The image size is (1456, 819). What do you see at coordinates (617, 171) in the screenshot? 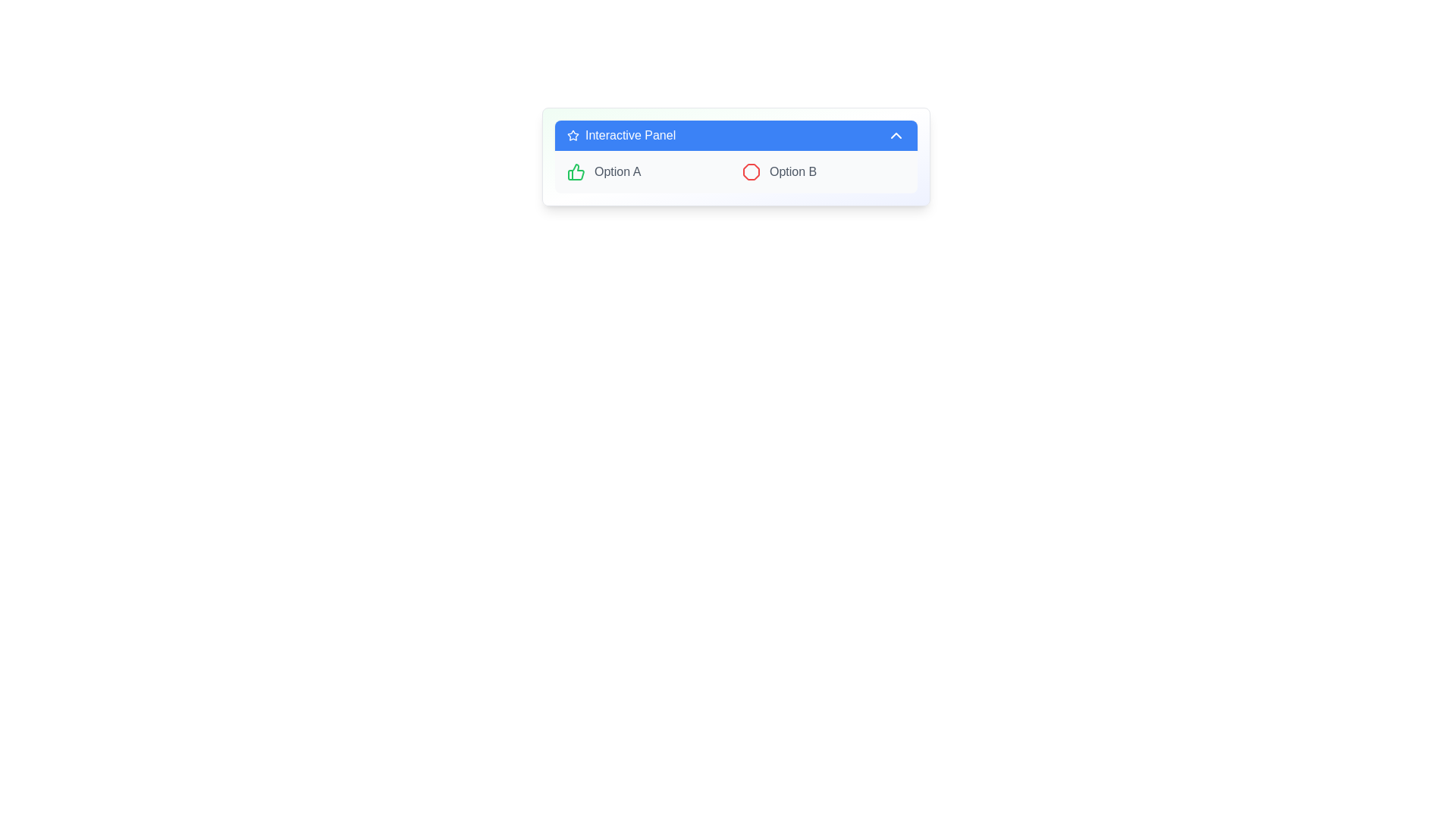
I see `the text label displaying 'Option A', which is the first option in a horizontal layout group following a thumbs-up icon` at bounding box center [617, 171].